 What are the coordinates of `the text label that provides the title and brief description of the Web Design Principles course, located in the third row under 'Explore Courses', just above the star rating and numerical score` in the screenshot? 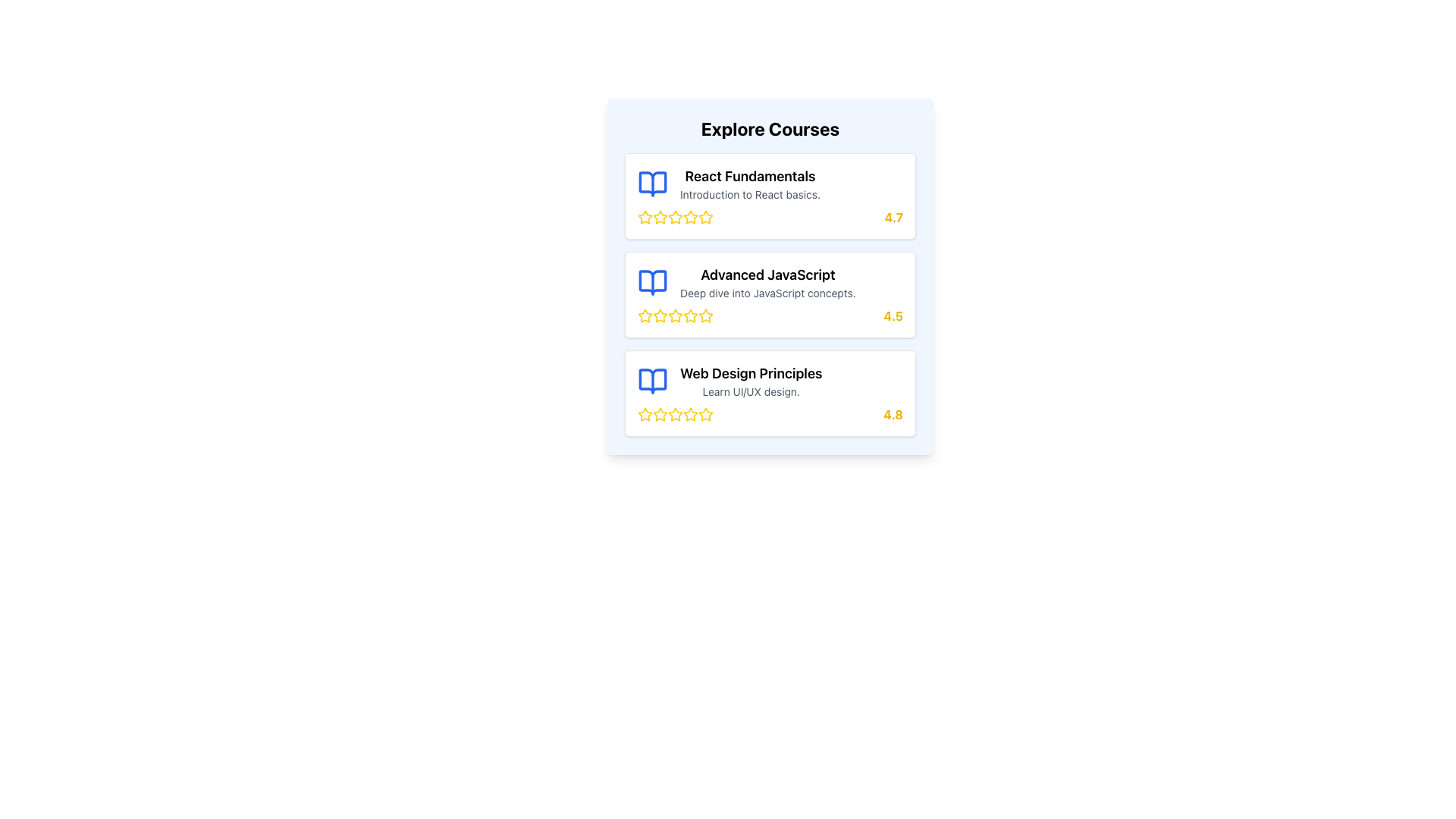 It's located at (751, 380).